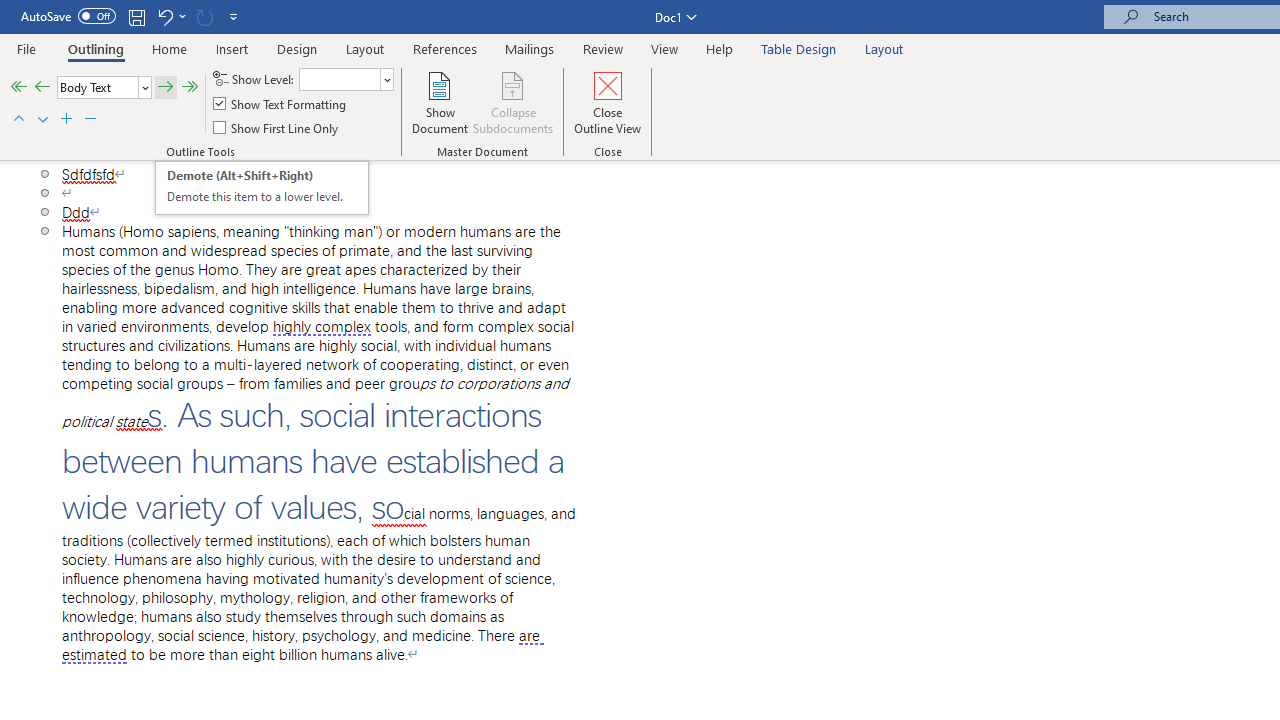 The height and width of the screenshot is (720, 1280). What do you see at coordinates (607, 103) in the screenshot?
I see `'Close Outline View'` at bounding box center [607, 103].